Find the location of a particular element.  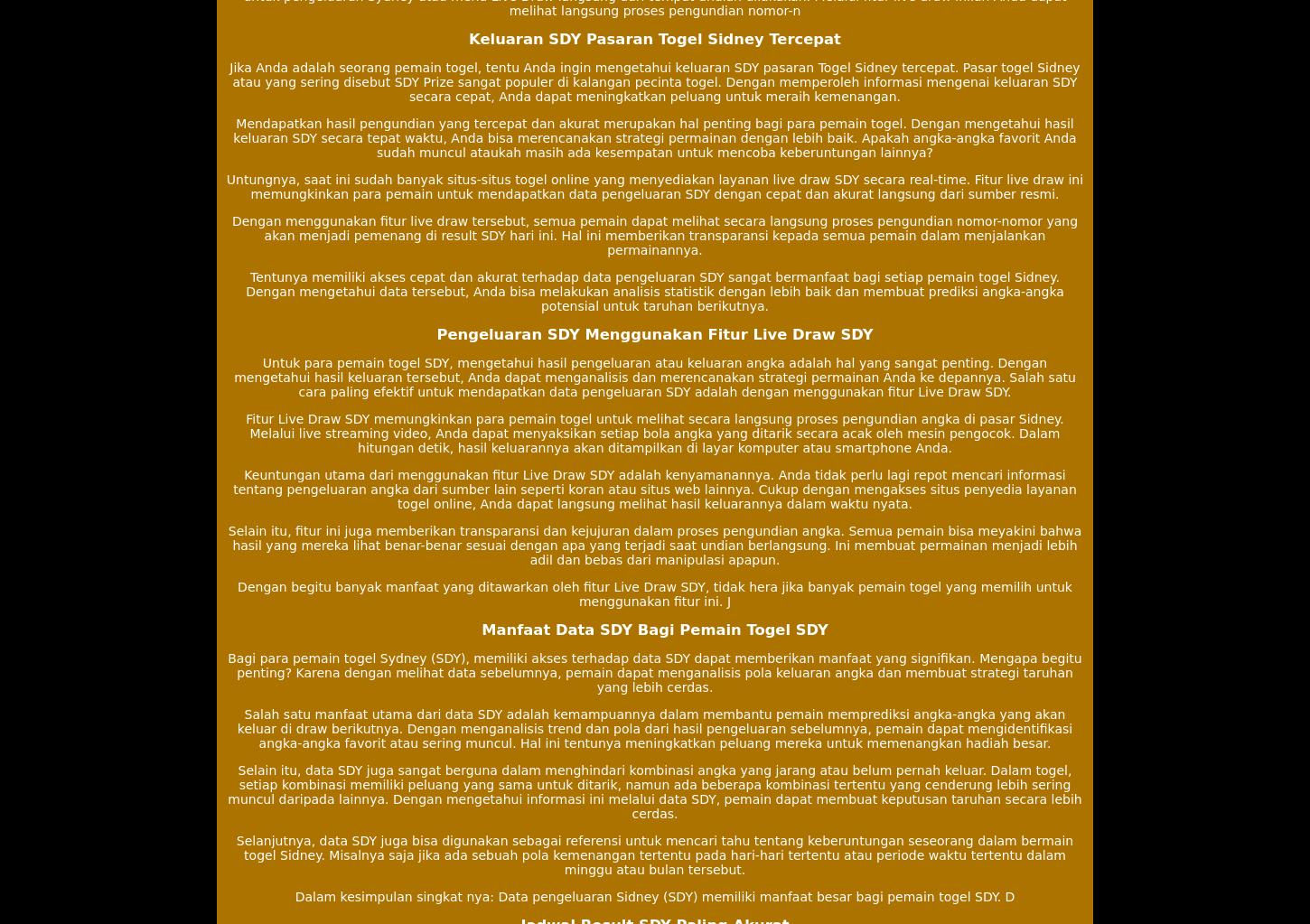

'Mendapatkan hasil pengundian yang tercepat dan akurat merupakan hal penting bagi para pemain togel. Dengan mengetahui hasil keluaran SDY secara tepat waktu, Anda bisa merencanakan strategi permainan dengan lebih baik. Apakah angka-angka favorit Anda sudah muncul ataukah masih ada kesempatan untuk mencoba keberuntungan lainnya?' is located at coordinates (653, 136).